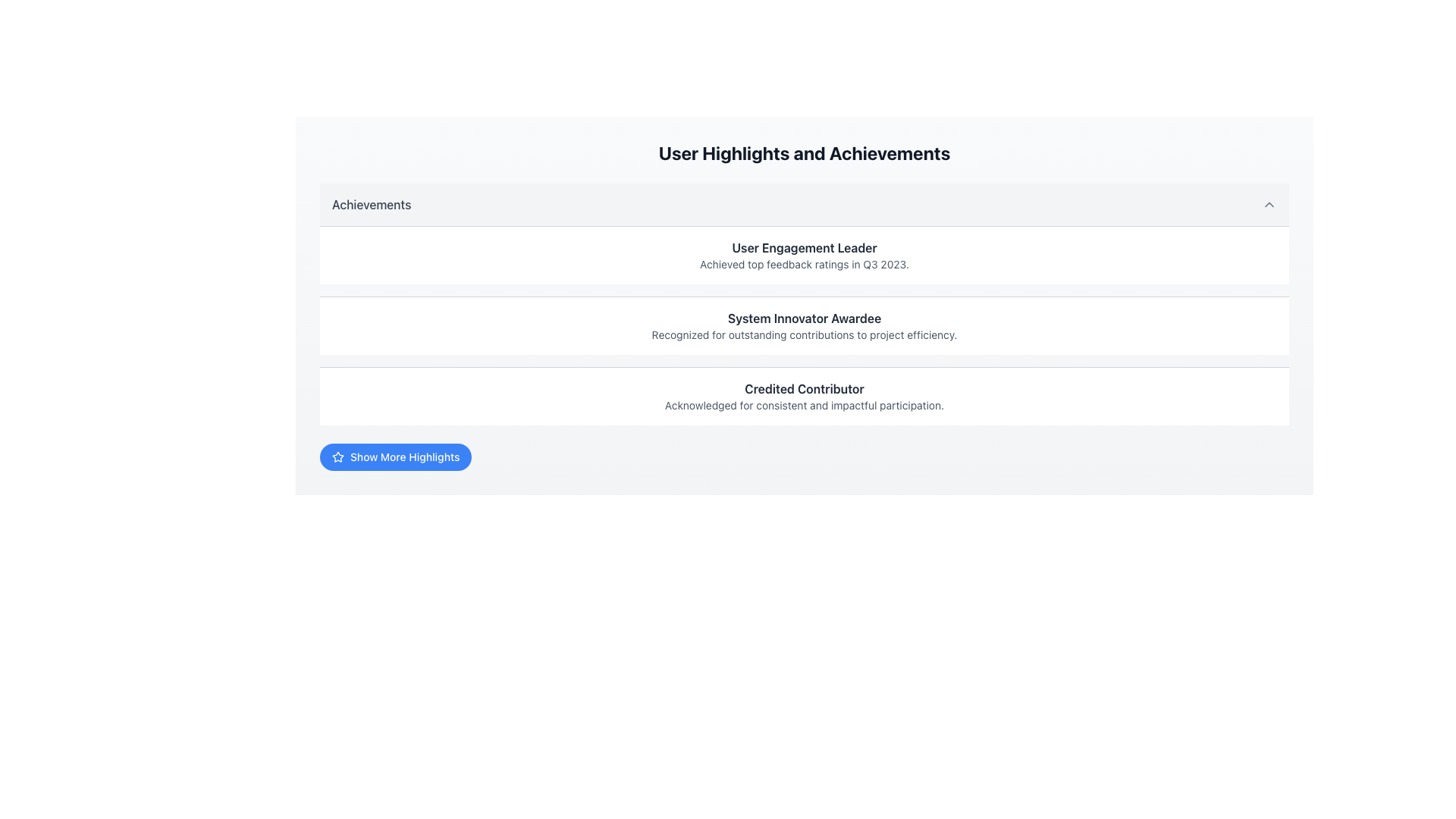 This screenshot has width=1456, height=819. What do you see at coordinates (803, 263) in the screenshot?
I see `the non-interactive Text Label that provides information about the achievement 'User Engagement Leader' in the 'User Highlights and Achievements' section` at bounding box center [803, 263].